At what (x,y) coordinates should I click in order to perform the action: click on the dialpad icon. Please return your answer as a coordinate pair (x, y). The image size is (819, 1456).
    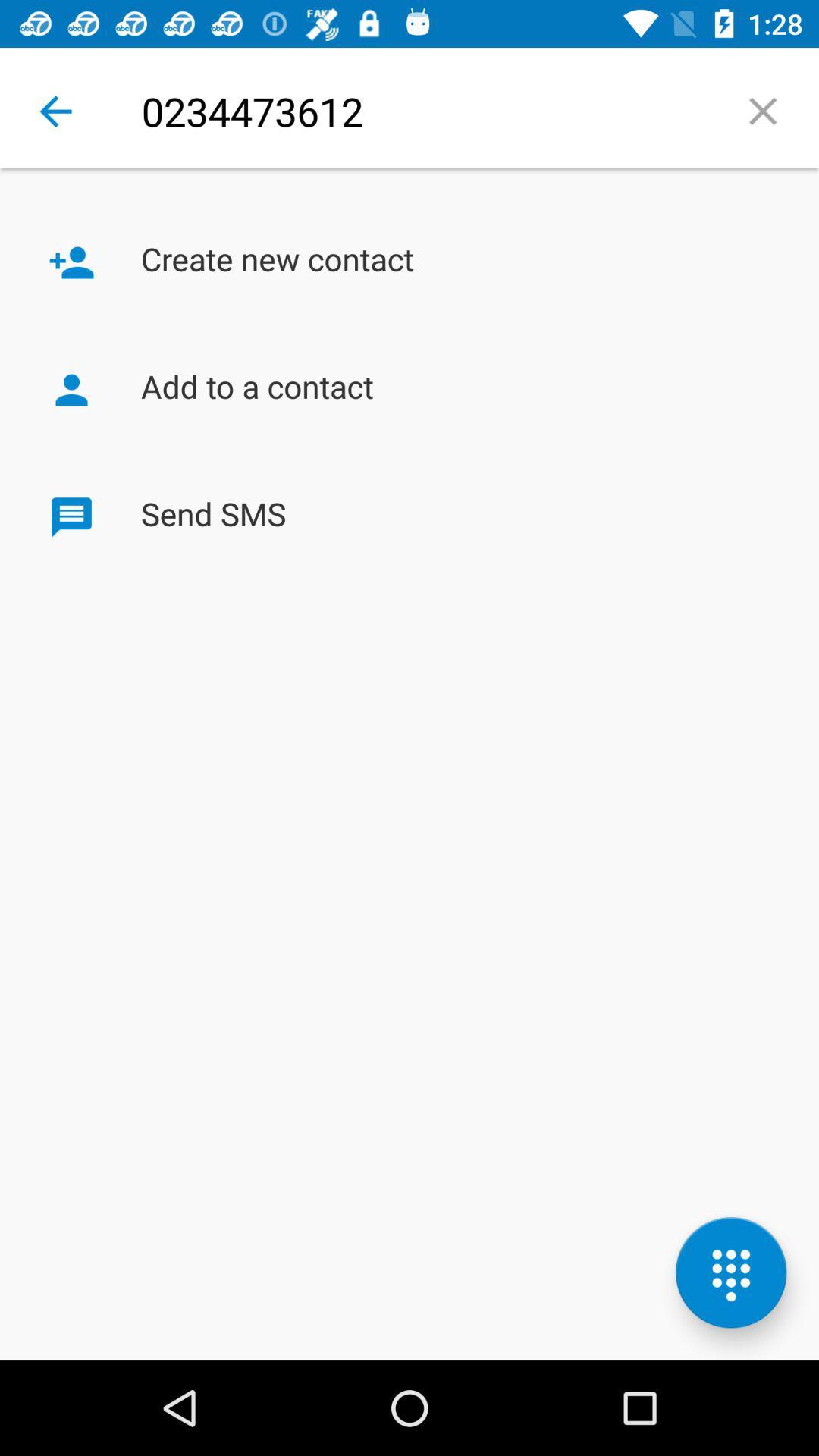
    Looking at the image, I should click on (730, 1272).